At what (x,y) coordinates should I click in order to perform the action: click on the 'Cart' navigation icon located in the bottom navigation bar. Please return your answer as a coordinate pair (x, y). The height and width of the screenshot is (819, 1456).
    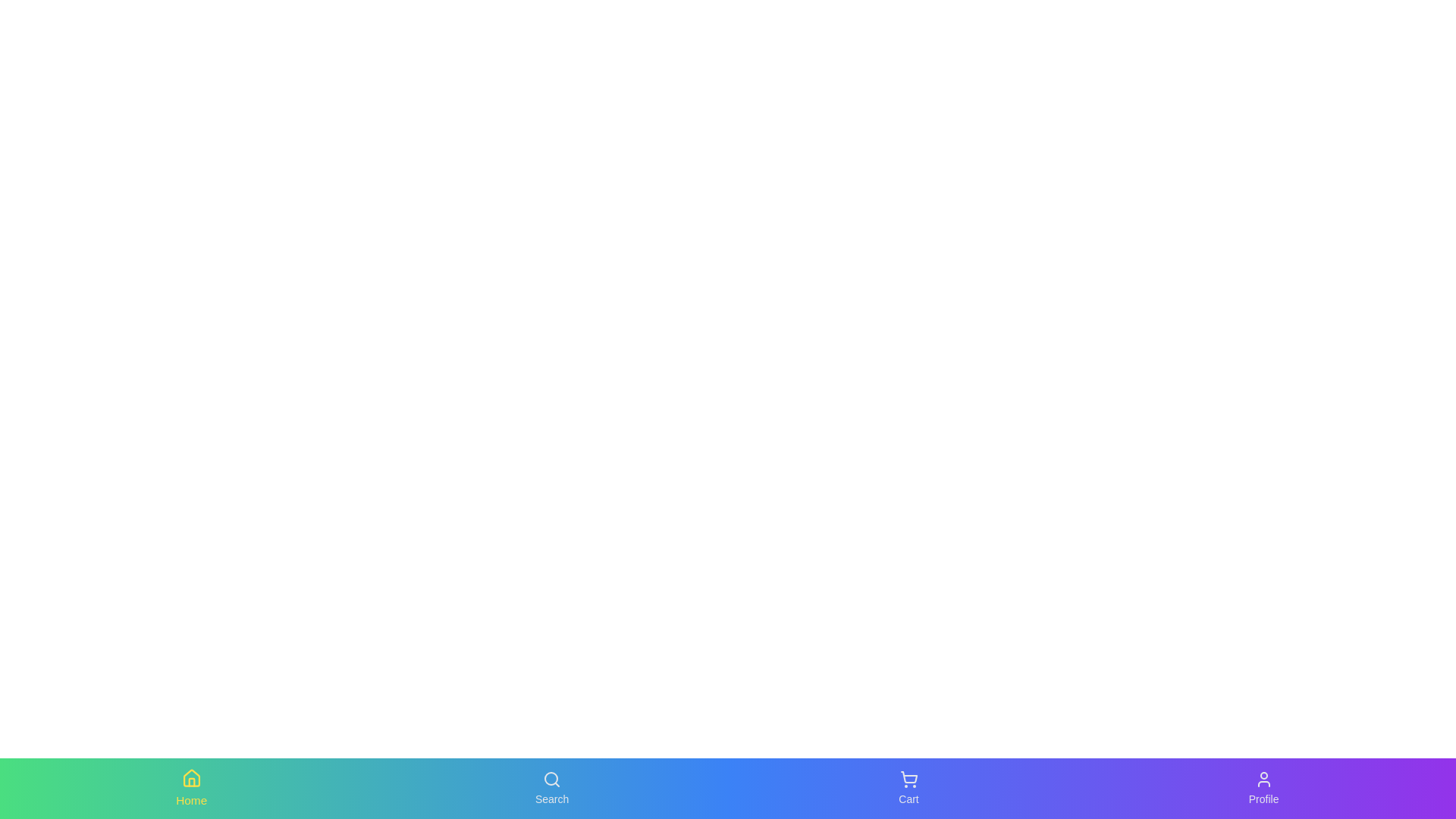
    Looking at the image, I should click on (908, 780).